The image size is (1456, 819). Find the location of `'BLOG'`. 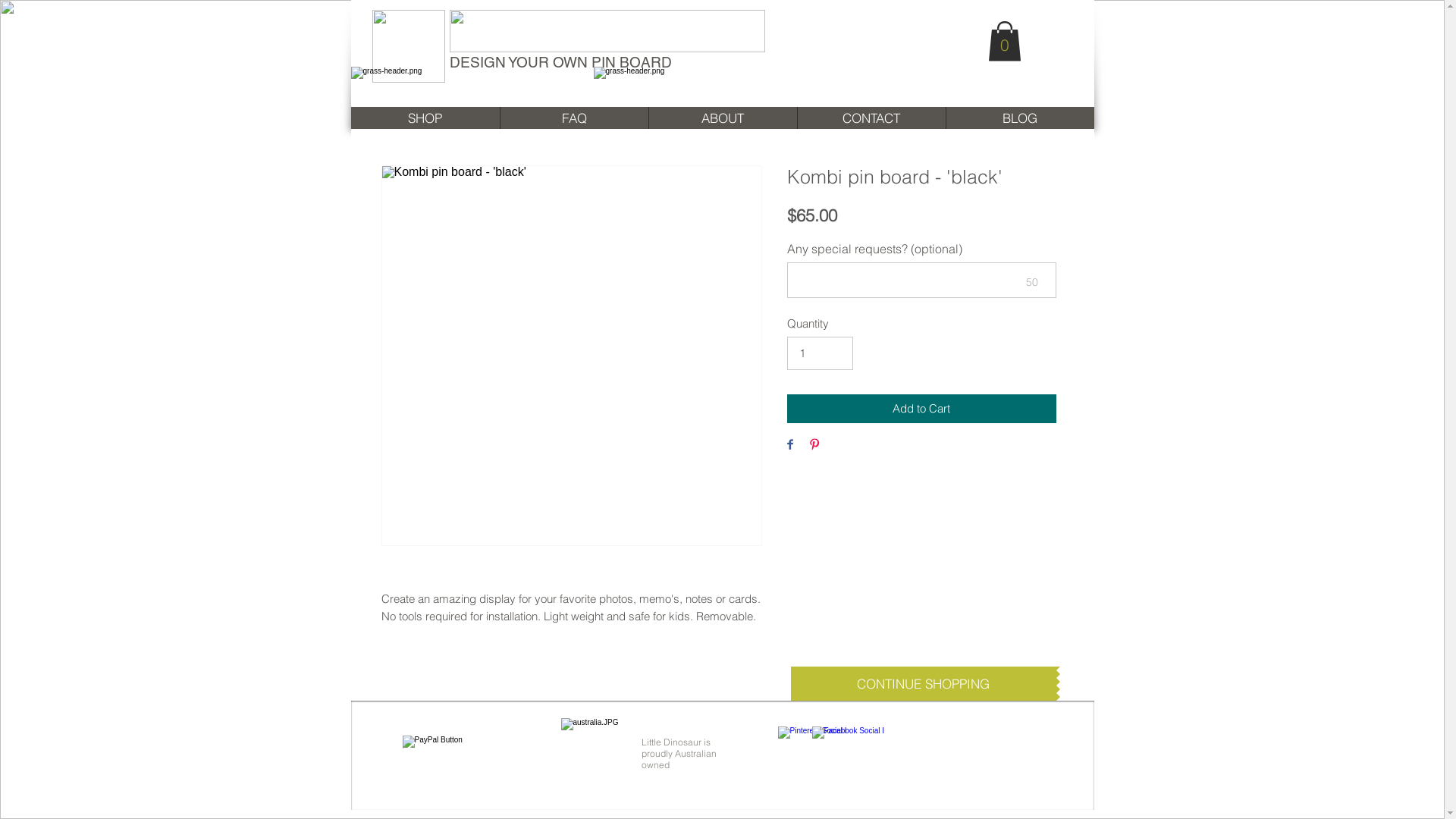

'BLOG' is located at coordinates (1019, 117).